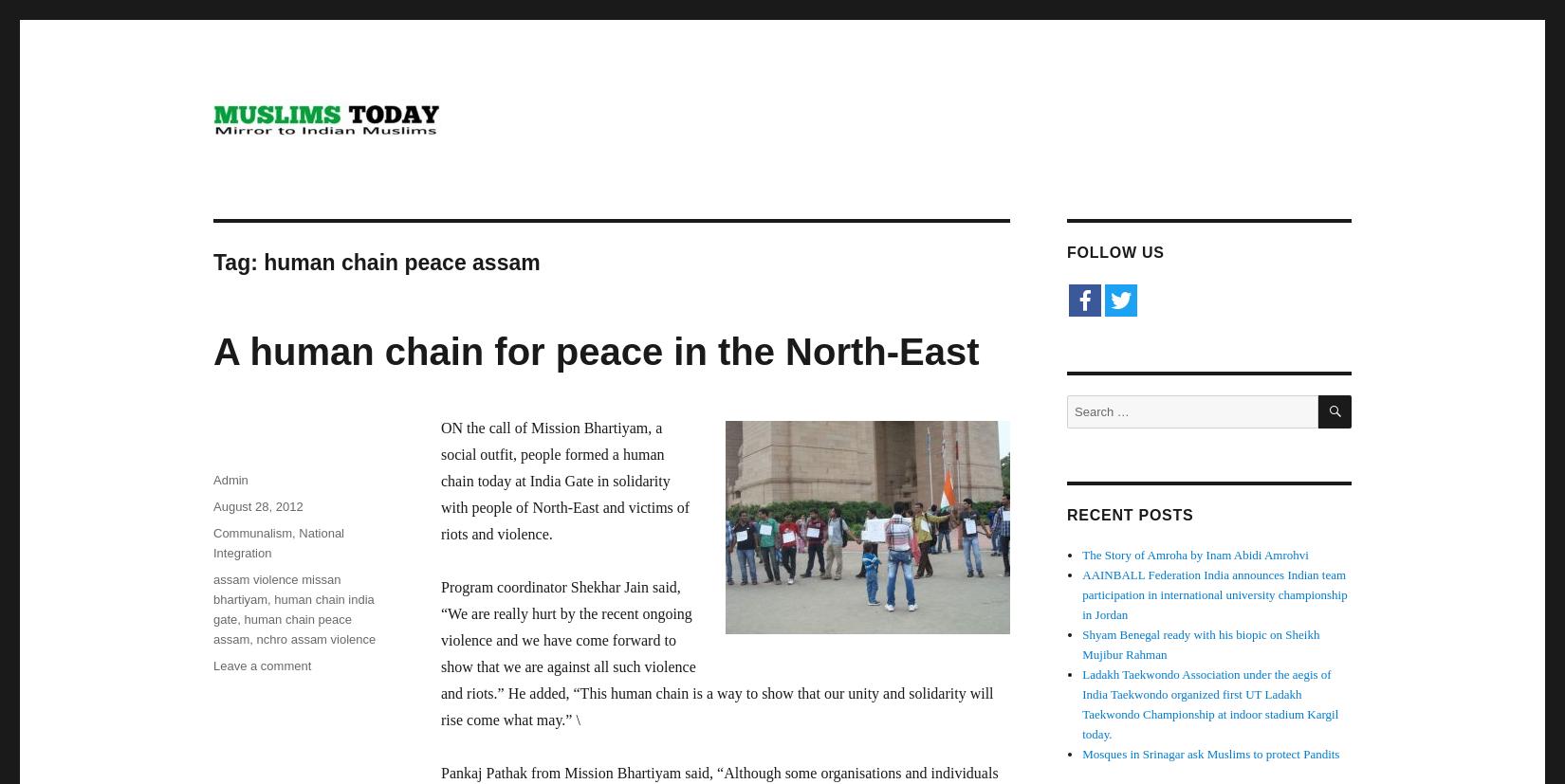 This screenshot has width=1565, height=784. Describe the element at coordinates (1114, 252) in the screenshot. I see `'Follow Us'` at that location.